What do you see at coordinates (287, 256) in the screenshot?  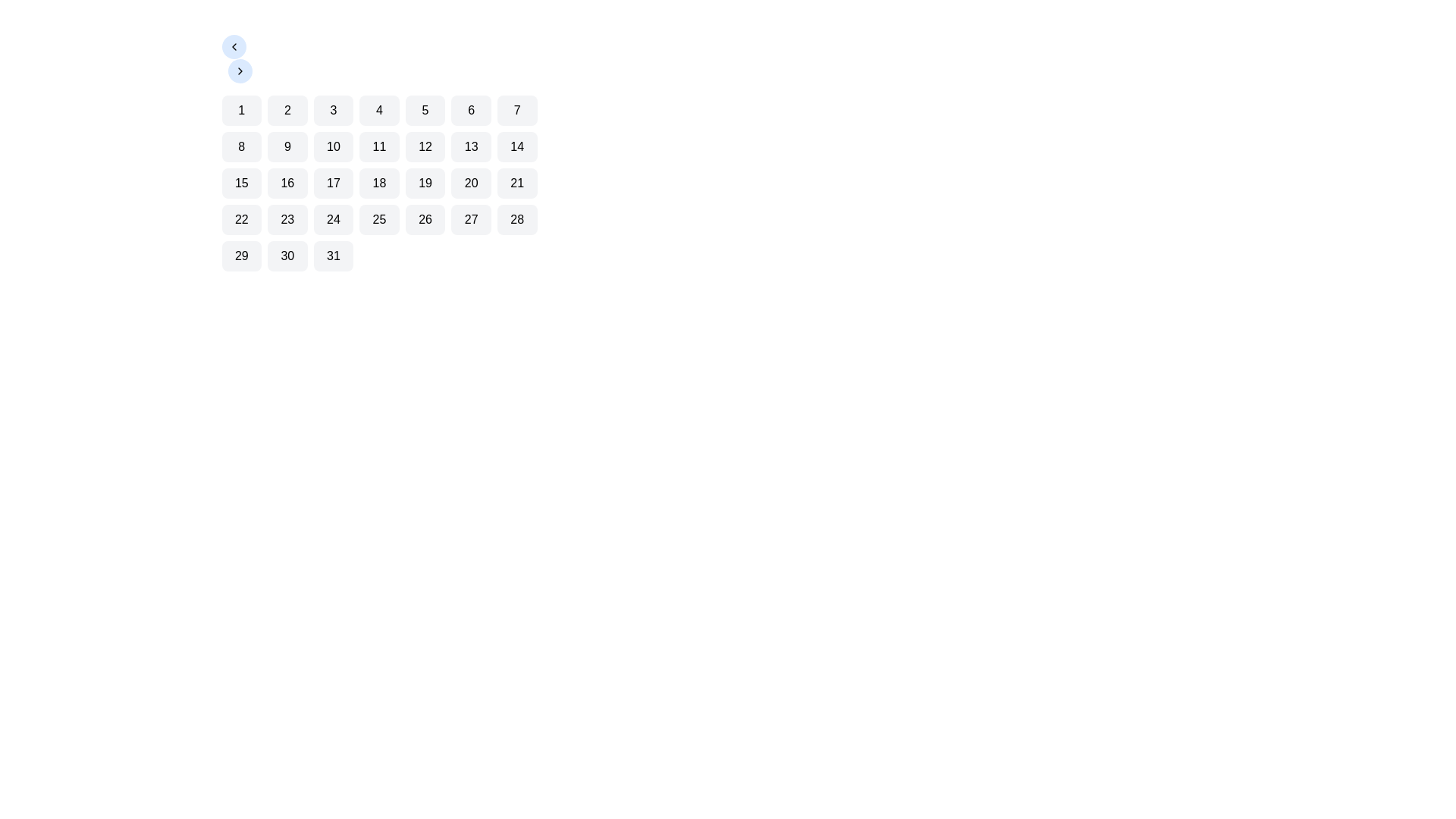 I see `the square button with rounded corners displaying the number '30'` at bounding box center [287, 256].